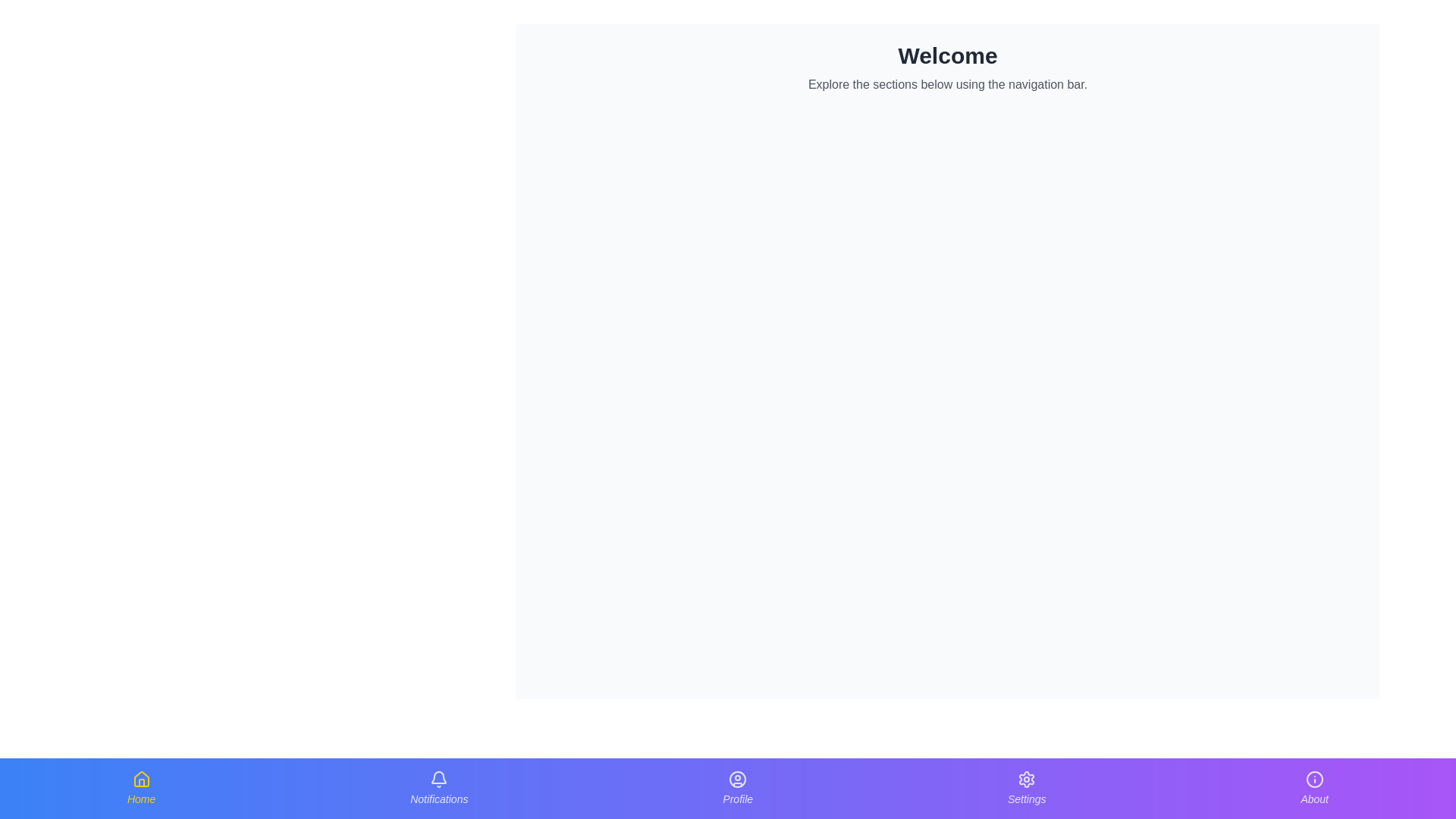 This screenshot has height=819, width=1456. Describe the element at coordinates (1027, 798) in the screenshot. I see `the Settings text label in the navigation bar` at that location.